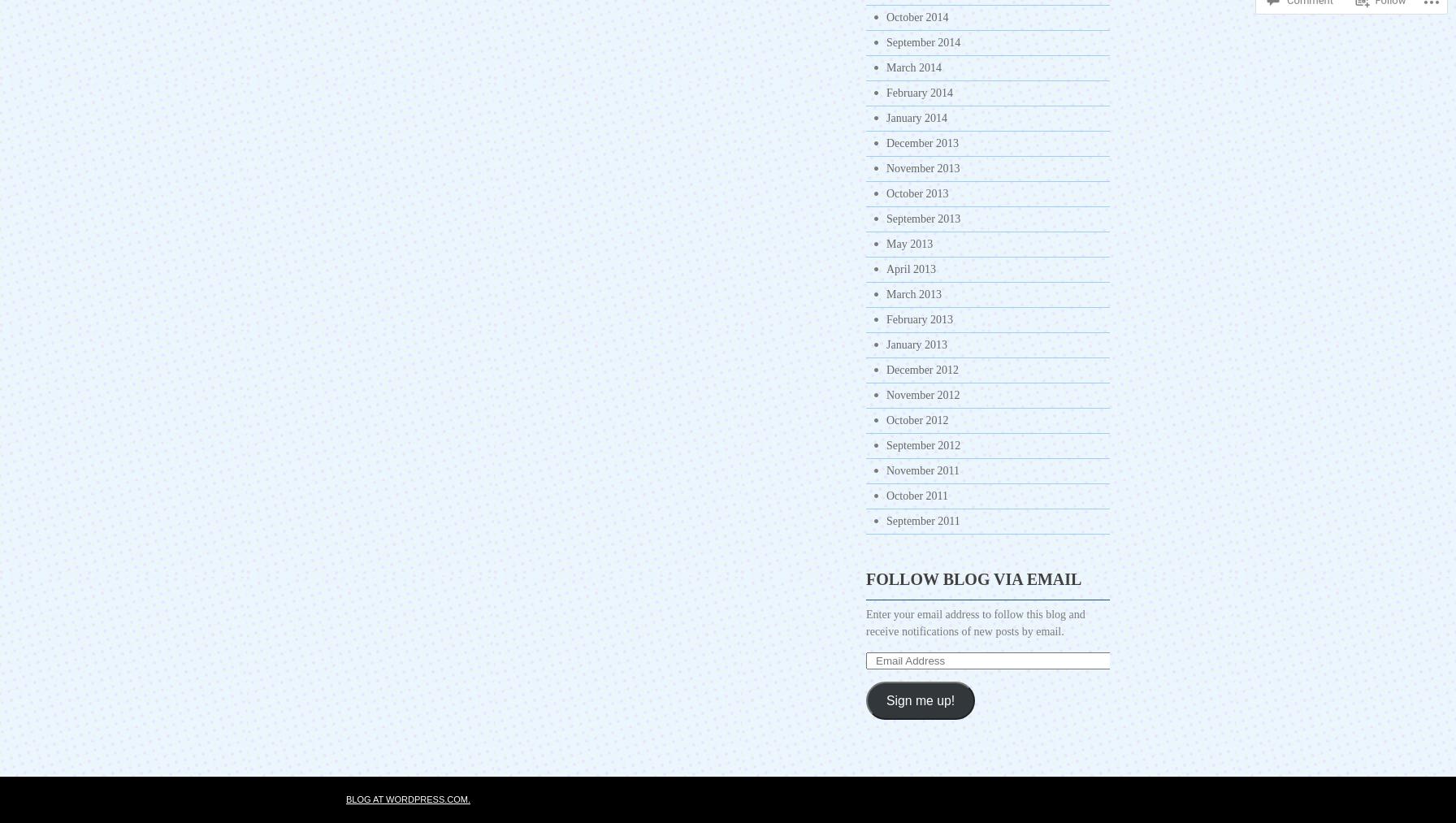  What do you see at coordinates (886, 269) in the screenshot?
I see `'April 2013'` at bounding box center [886, 269].